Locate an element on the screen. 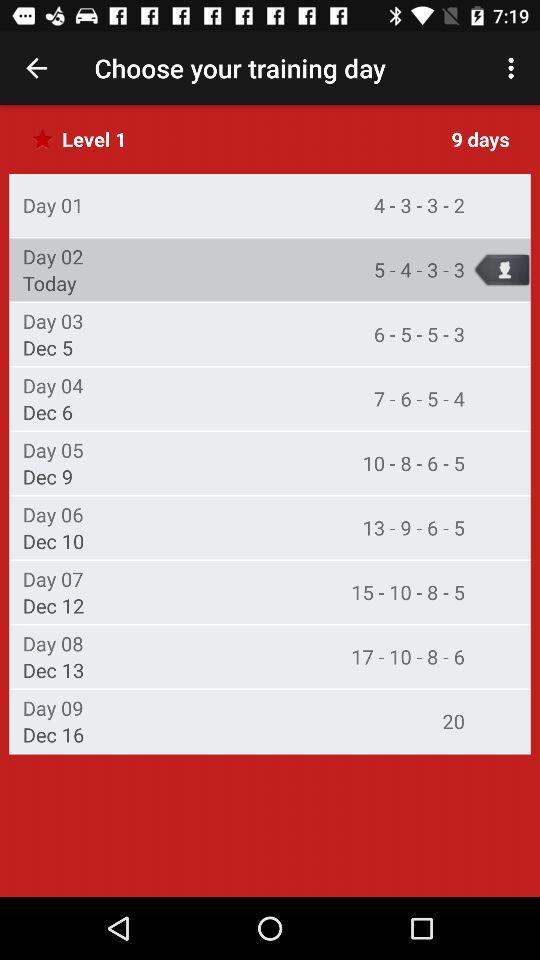 The width and height of the screenshot is (540, 960). today icon is located at coordinates (49, 282).